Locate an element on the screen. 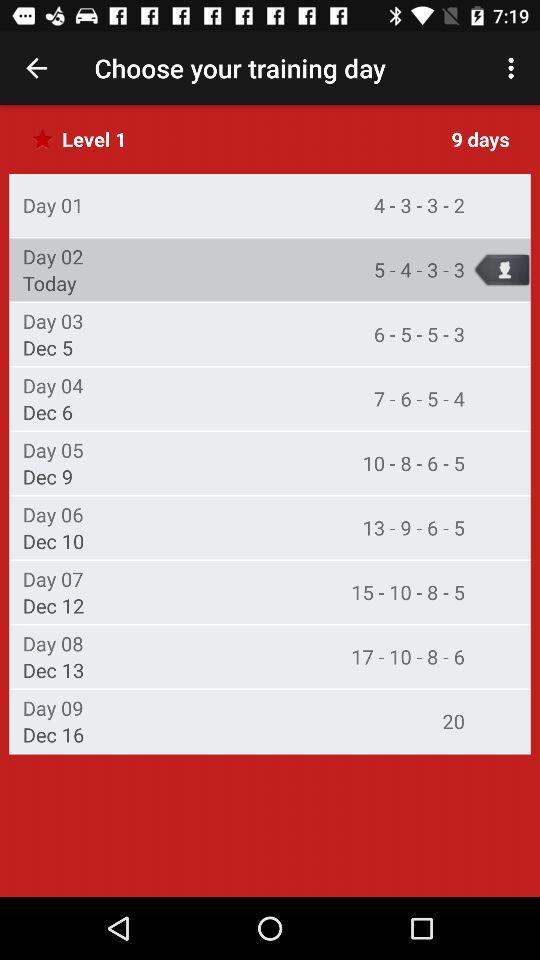 The width and height of the screenshot is (540, 960). today icon is located at coordinates (49, 282).